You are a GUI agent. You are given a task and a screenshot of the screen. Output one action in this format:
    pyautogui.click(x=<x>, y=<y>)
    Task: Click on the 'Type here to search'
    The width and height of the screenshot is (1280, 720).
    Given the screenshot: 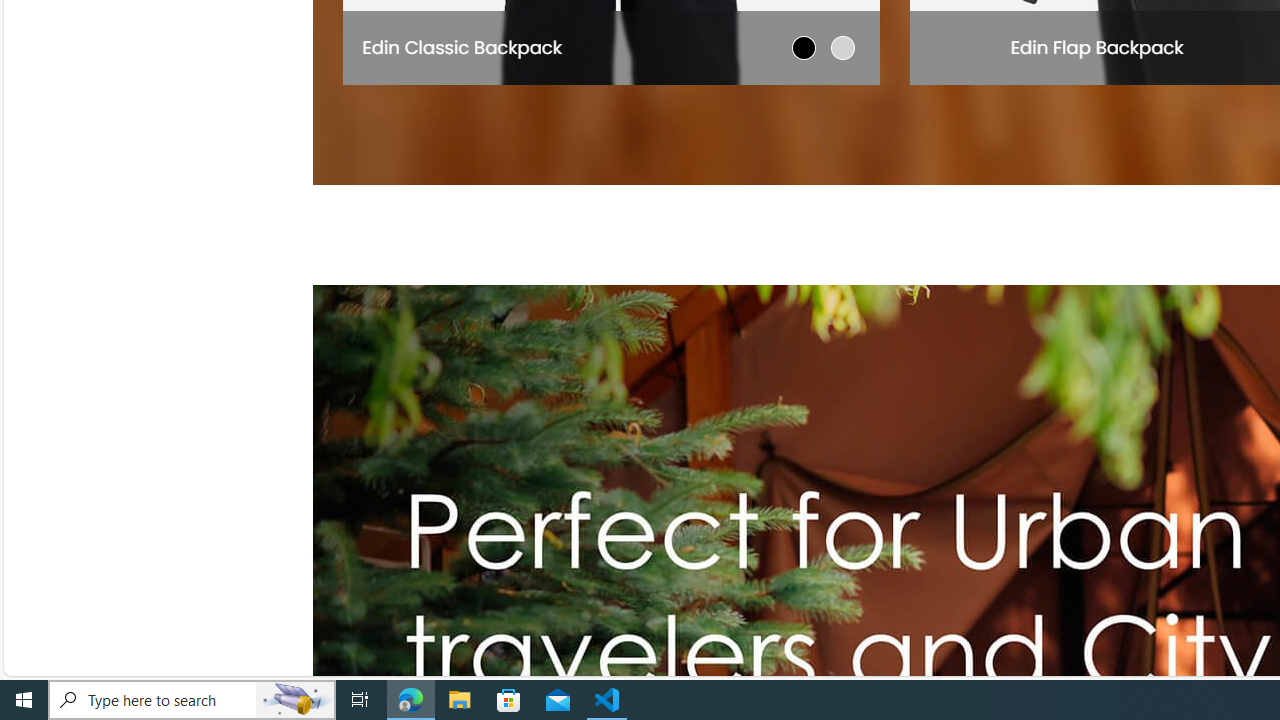 What is the action you would take?
    pyautogui.click(x=192, y=698)
    